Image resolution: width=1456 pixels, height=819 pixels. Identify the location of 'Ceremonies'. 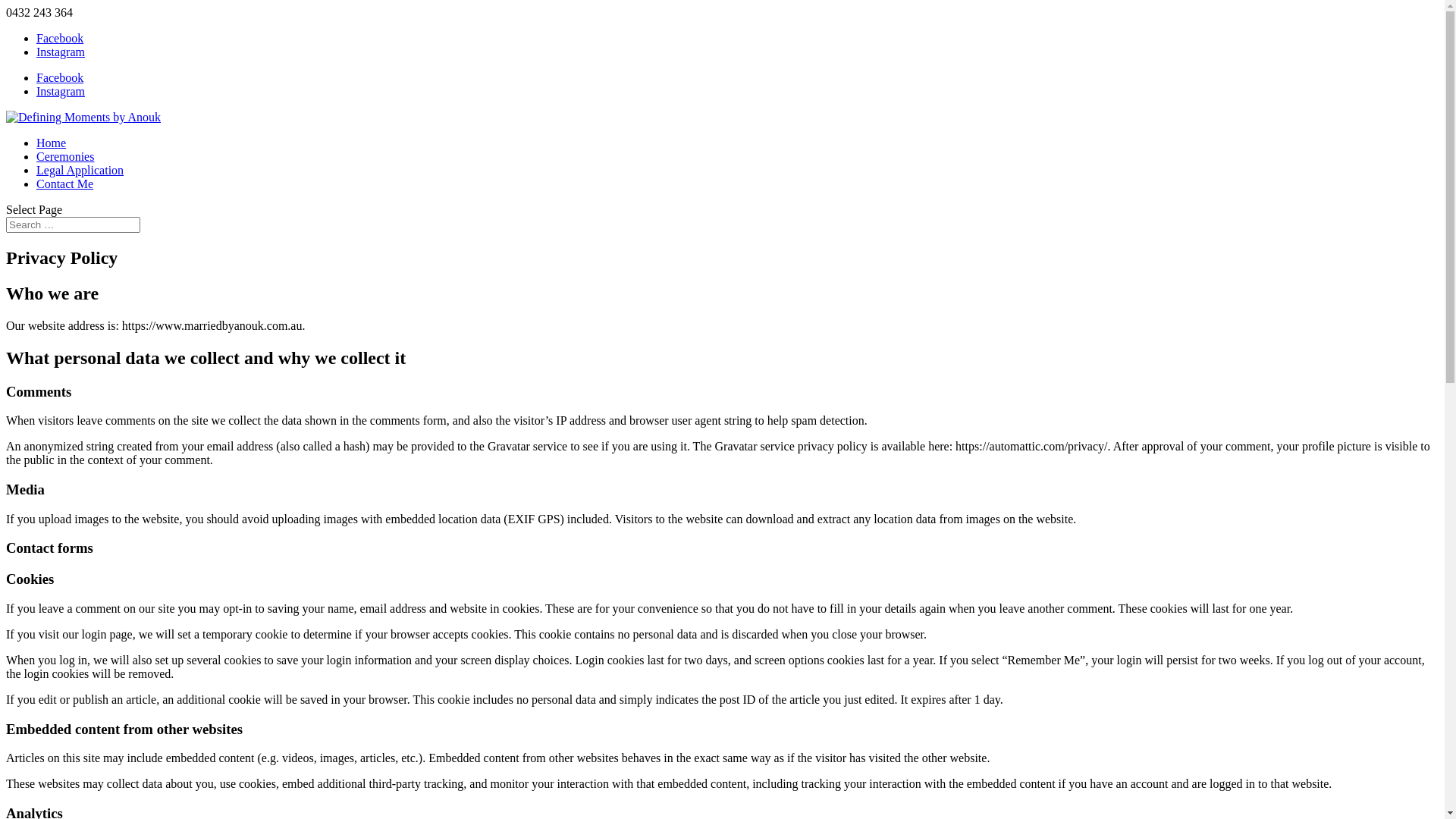
(64, 156).